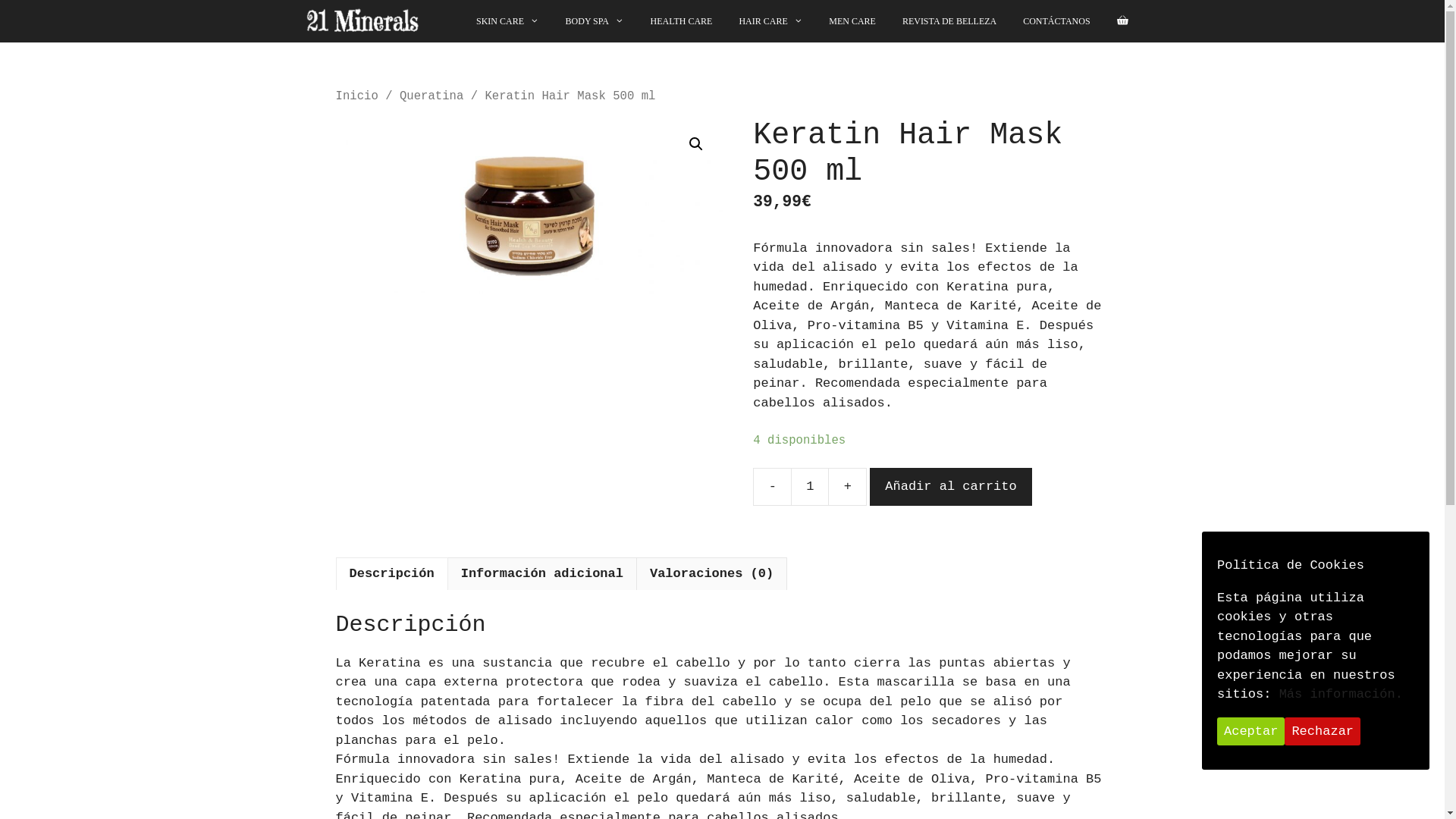 This screenshot has width=1456, height=819. I want to click on 'HAIR CARE', so click(770, 20).